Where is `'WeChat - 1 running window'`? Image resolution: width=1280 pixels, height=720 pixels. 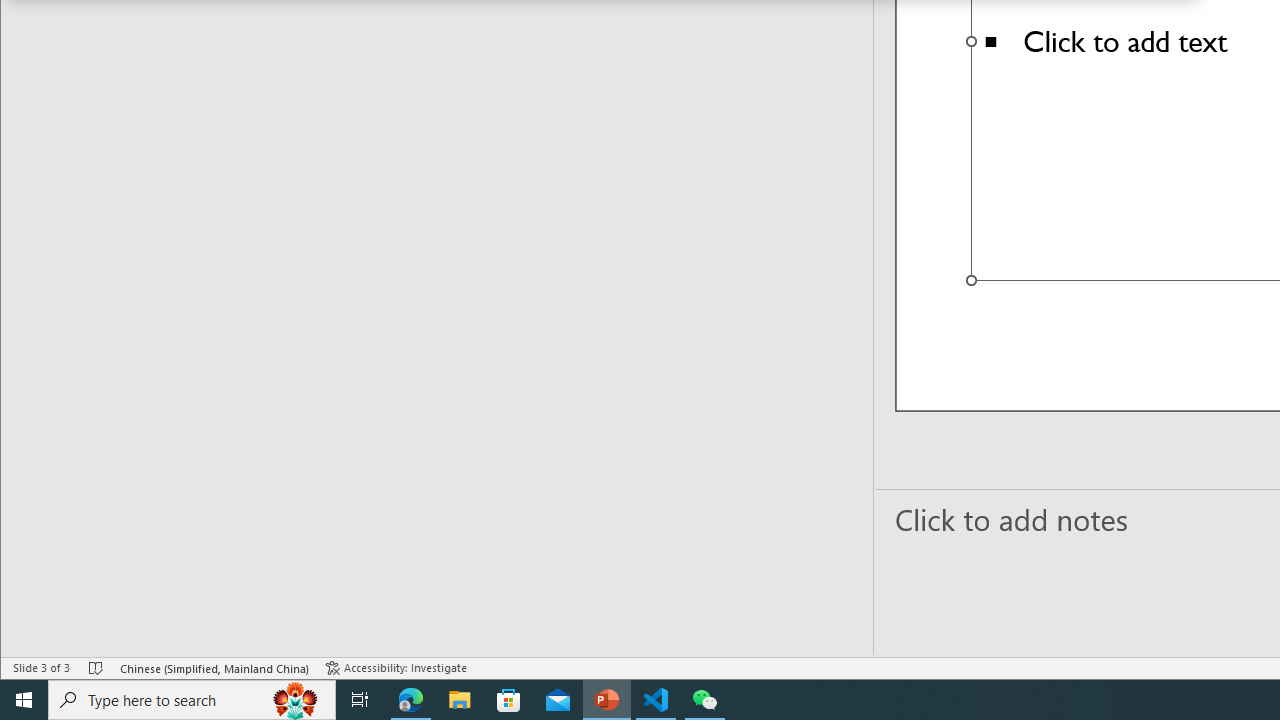 'WeChat - 1 running window' is located at coordinates (705, 698).